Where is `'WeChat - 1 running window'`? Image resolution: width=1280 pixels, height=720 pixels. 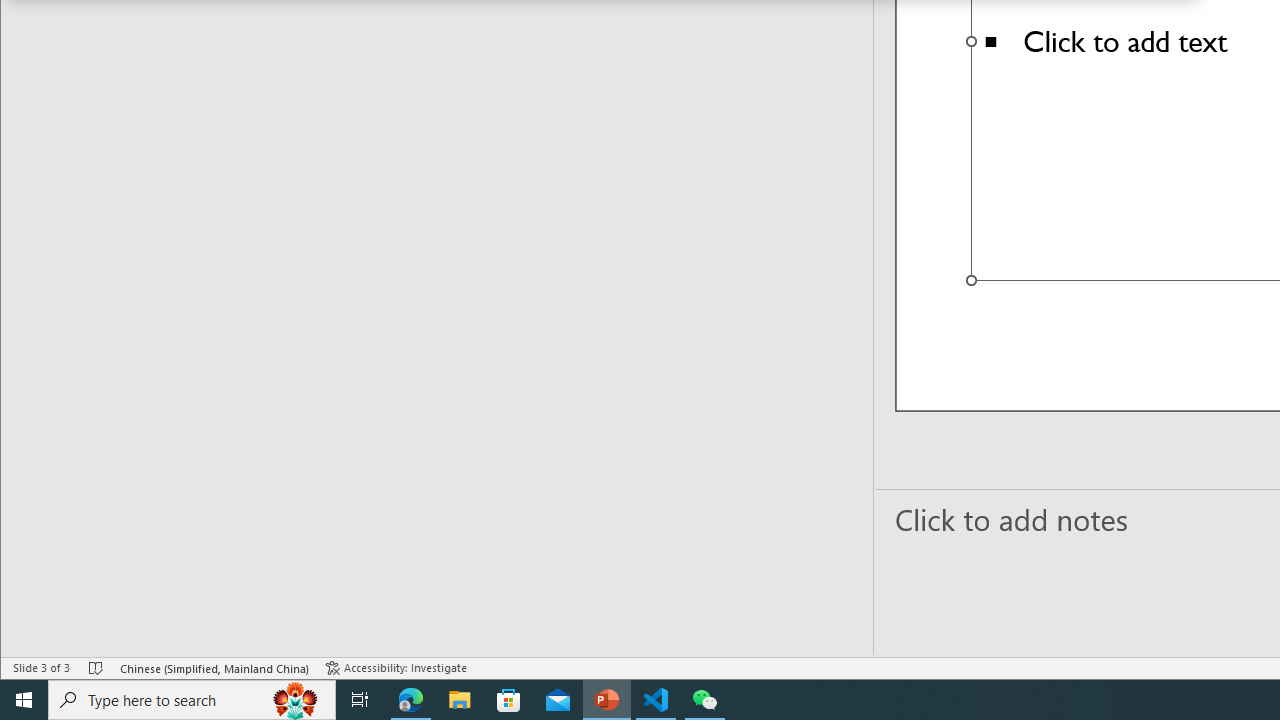 'WeChat - 1 running window' is located at coordinates (705, 698).